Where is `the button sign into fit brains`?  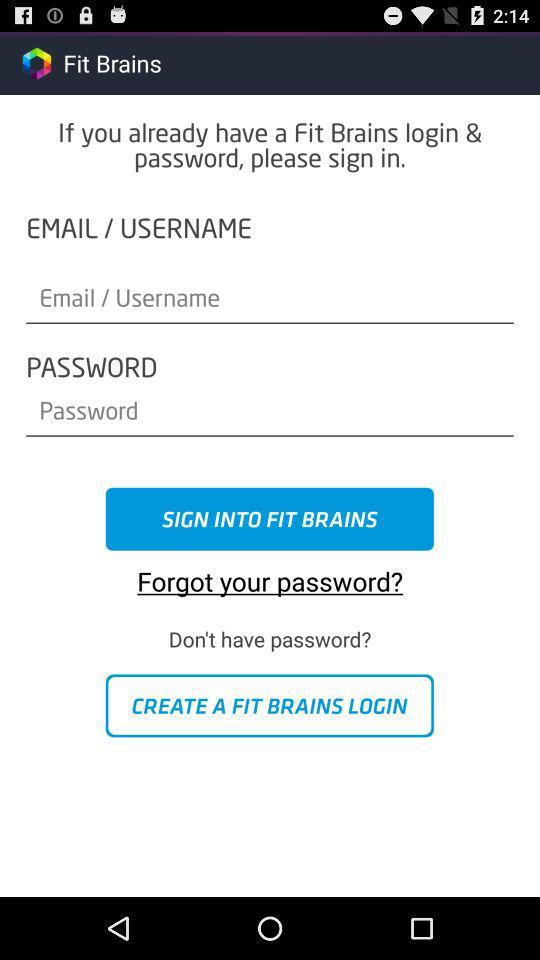 the button sign into fit brains is located at coordinates (270, 518).